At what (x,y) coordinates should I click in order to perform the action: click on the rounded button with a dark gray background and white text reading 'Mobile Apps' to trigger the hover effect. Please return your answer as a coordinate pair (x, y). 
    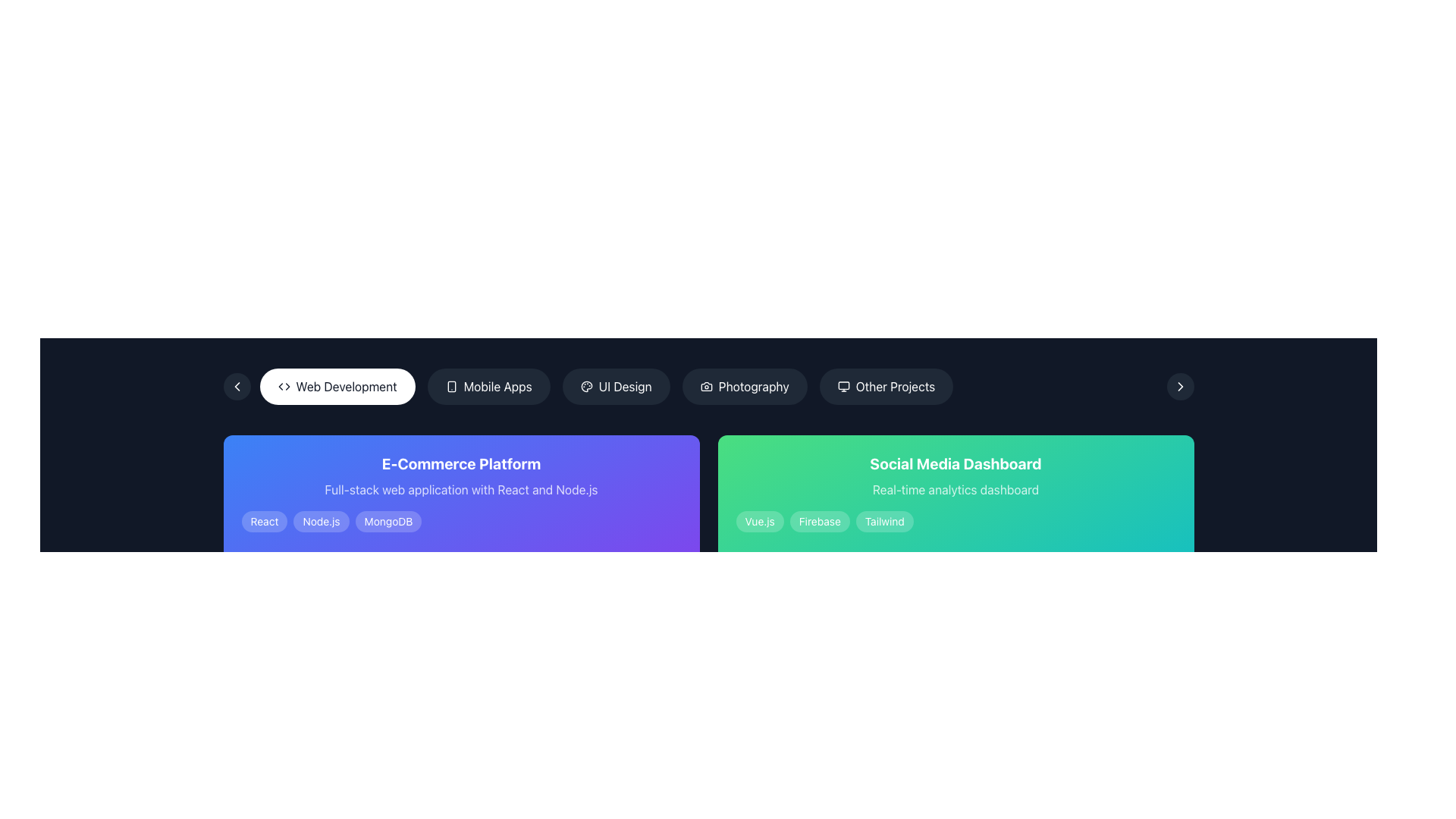
    Looking at the image, I should click on (488, 385).